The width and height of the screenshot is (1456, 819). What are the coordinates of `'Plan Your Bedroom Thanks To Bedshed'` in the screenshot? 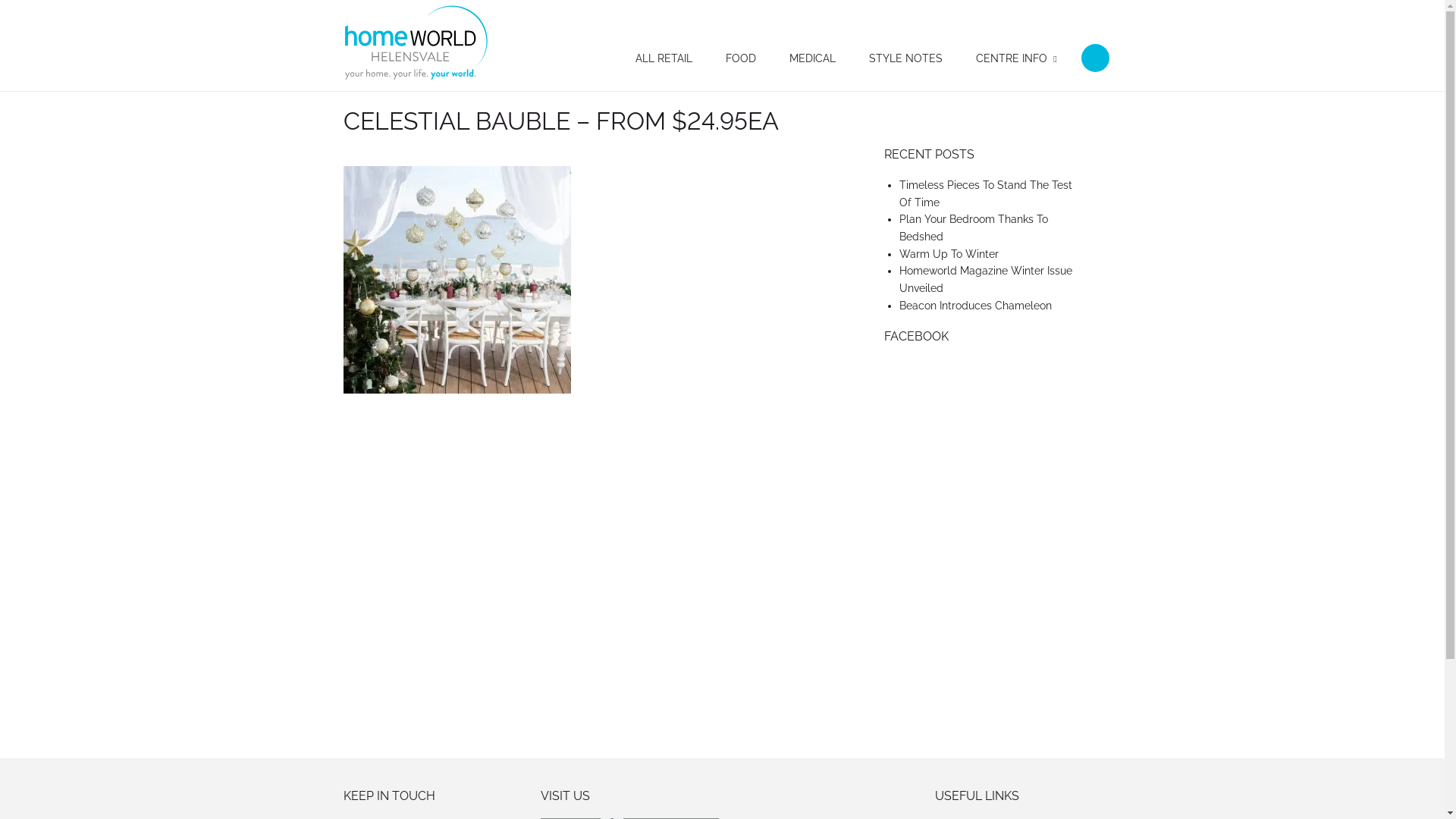 It's located at (973, 227).